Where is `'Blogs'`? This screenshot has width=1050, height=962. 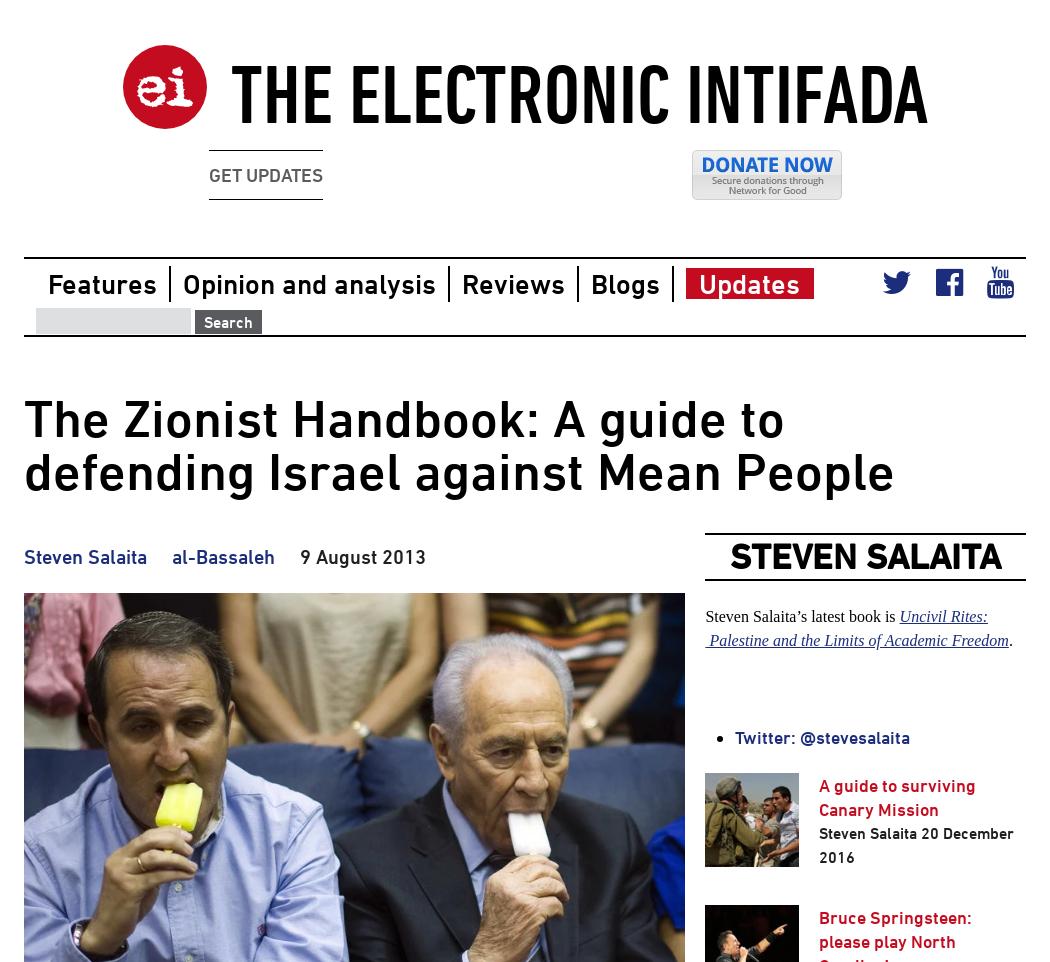
'Blogs' is located at coordinates (590, 283).